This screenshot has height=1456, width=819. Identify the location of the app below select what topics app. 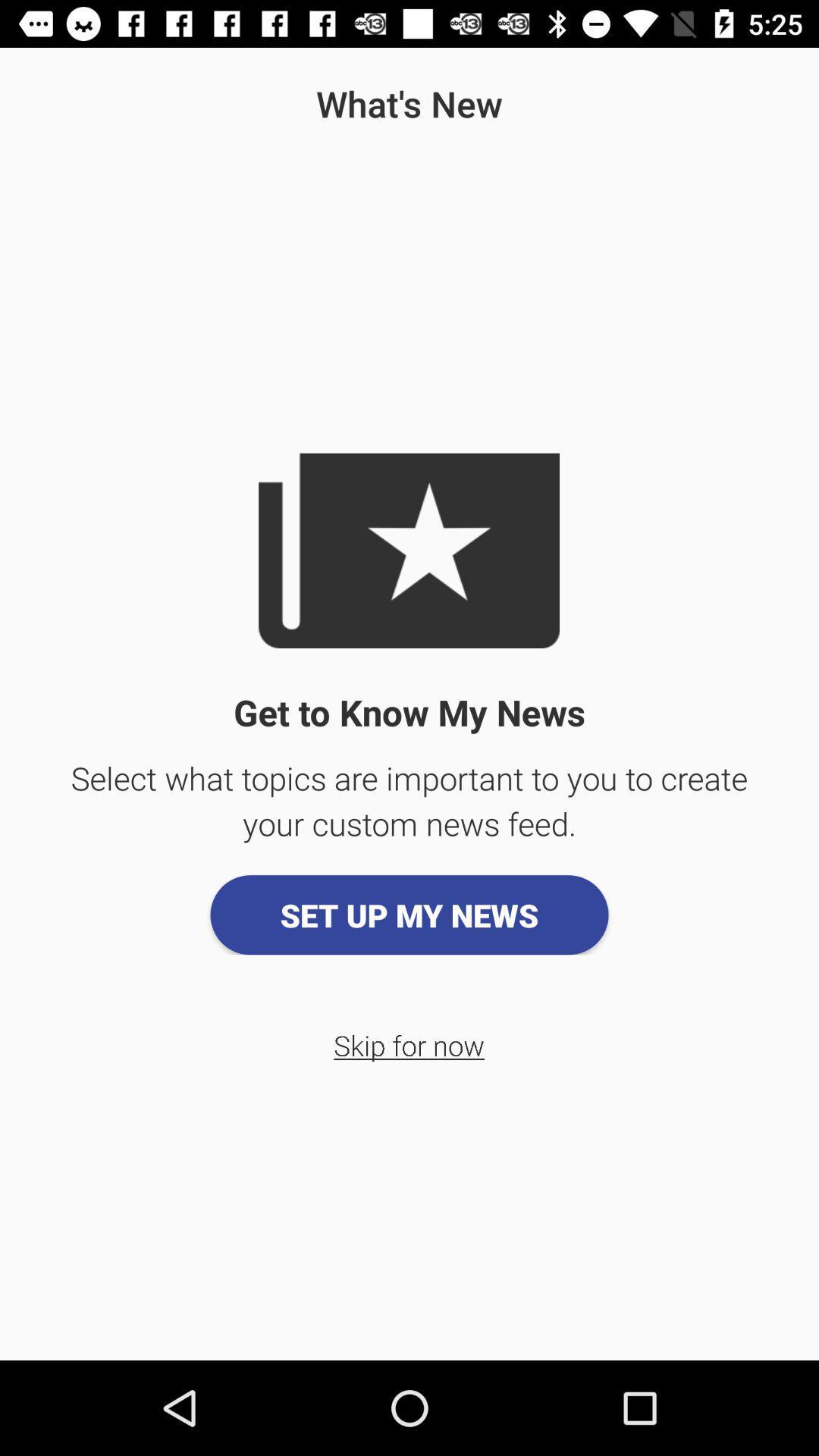
(409, 914).